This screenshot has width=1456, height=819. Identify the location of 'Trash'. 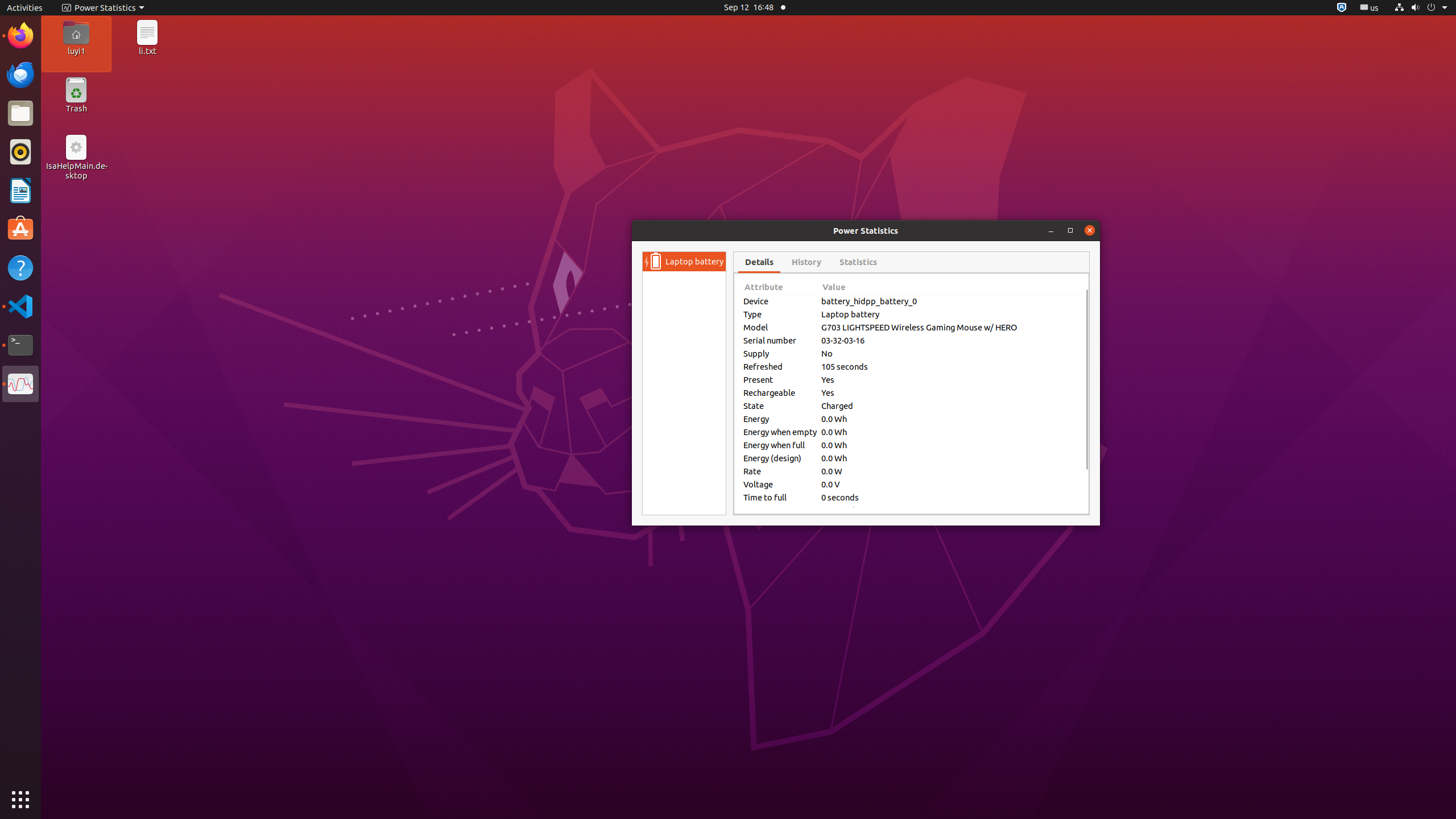
(76, 107).